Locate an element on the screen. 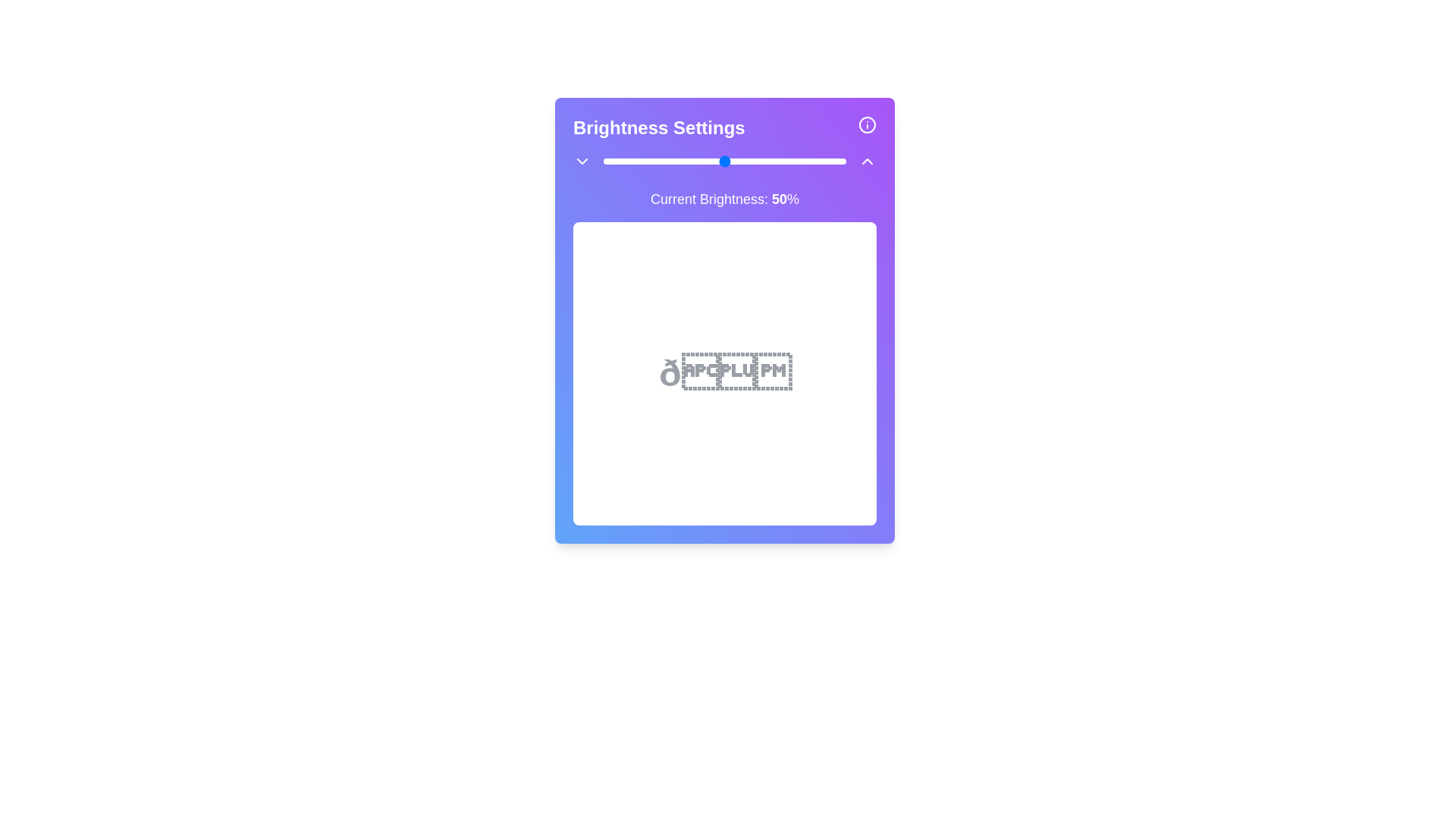 Image resolution: width=1456 pixels, height=819 pixels. the Info icon in the Brightness Control Panel is located at coordinates (867, 124).